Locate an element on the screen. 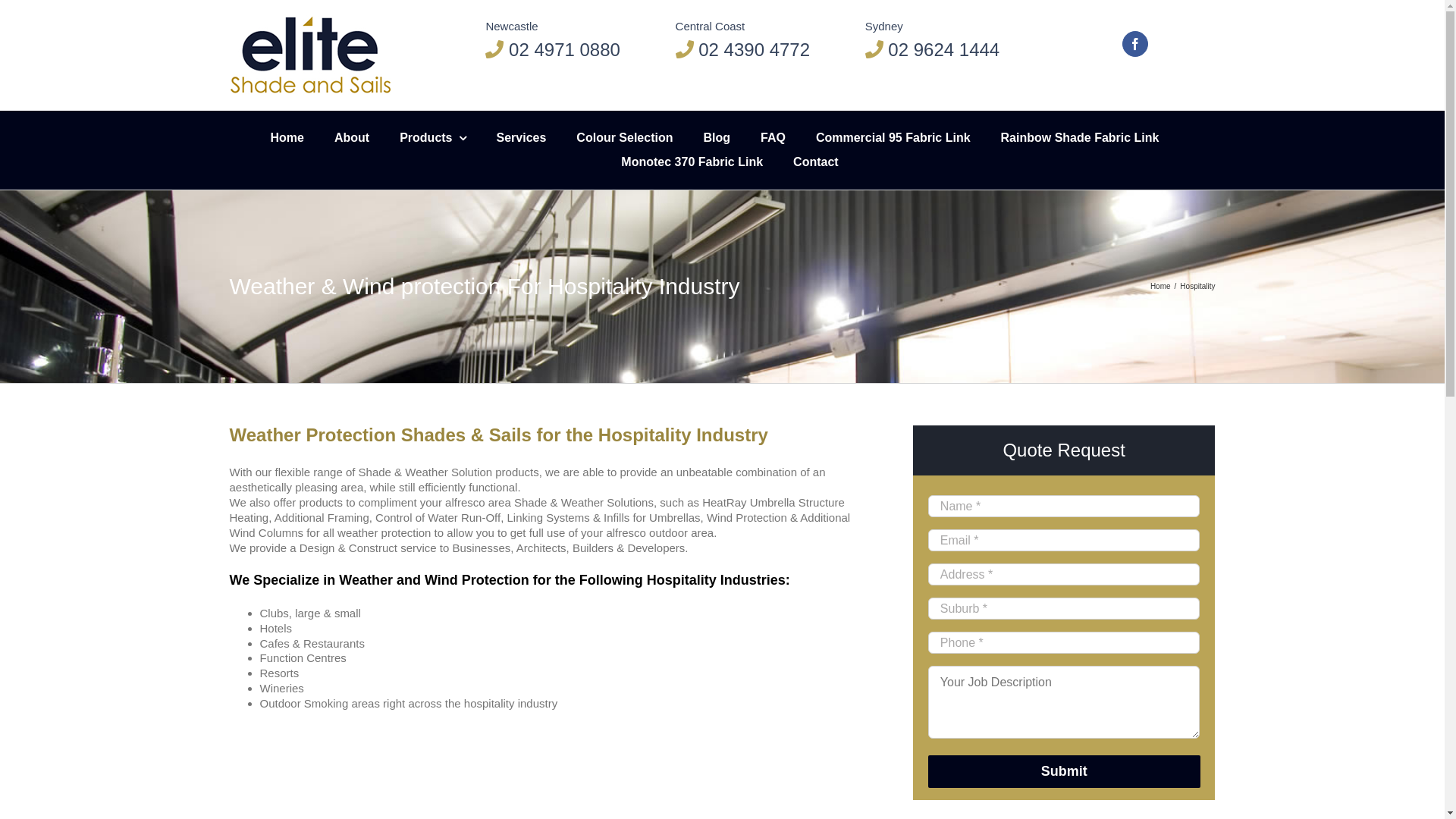 Image resolution: width=1456 pixels, height=819 pixels. 'Rainbow Shade Fabric Link' is located at coordinates (1079, 137).